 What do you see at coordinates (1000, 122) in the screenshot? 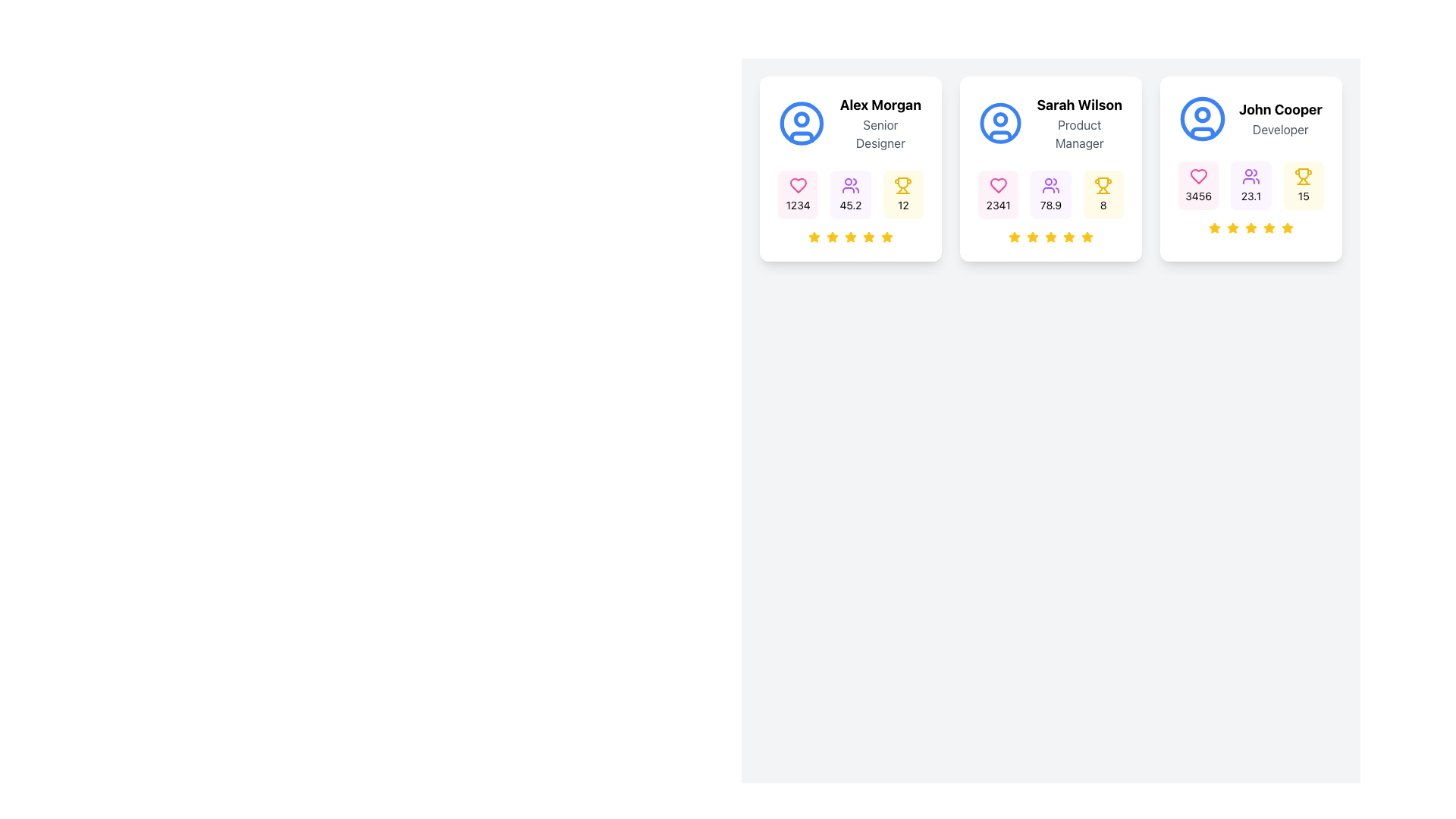
I see `the profile icon representing 'Sarah Wilson', located at the top-left corner of her profile card, above the text 'Sarah Wilson' and 'Product Manager'` at bounding box center [1000, 122].